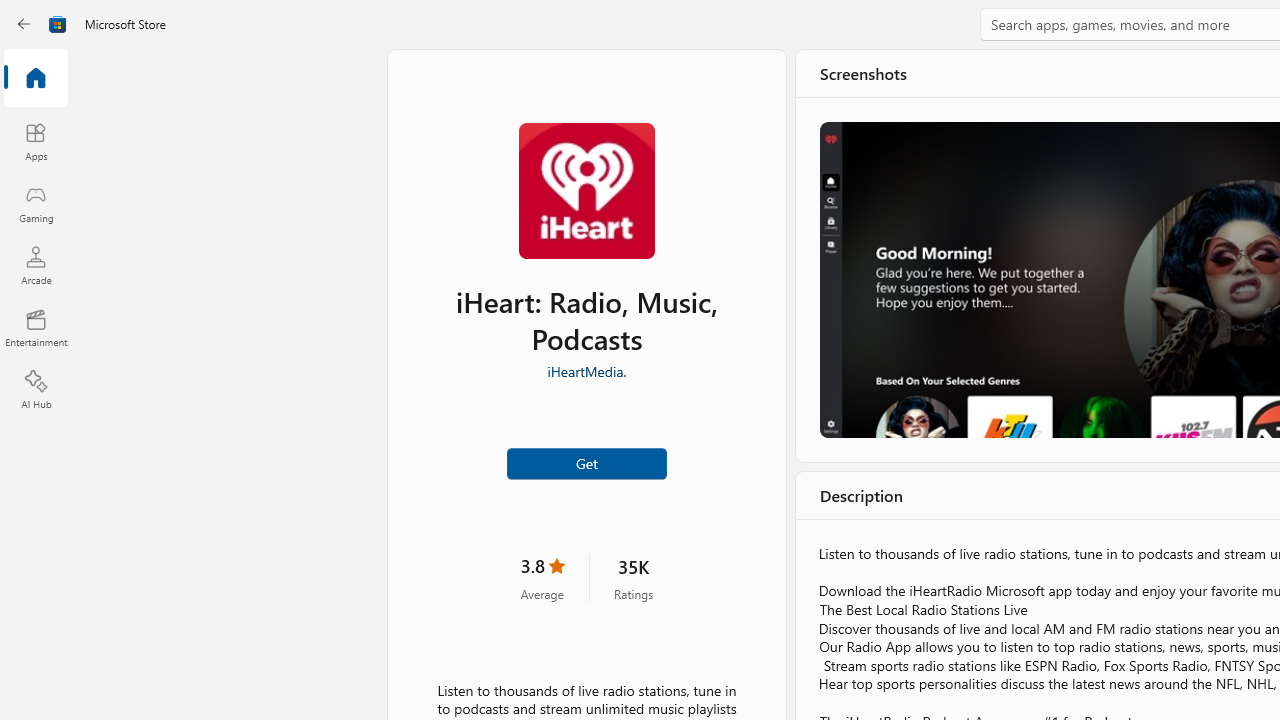 This screenshot has width=1280, height=720. Describe the element at coordinates (58, 24) in the screenshot. I see `'Class: Image'` at that location.